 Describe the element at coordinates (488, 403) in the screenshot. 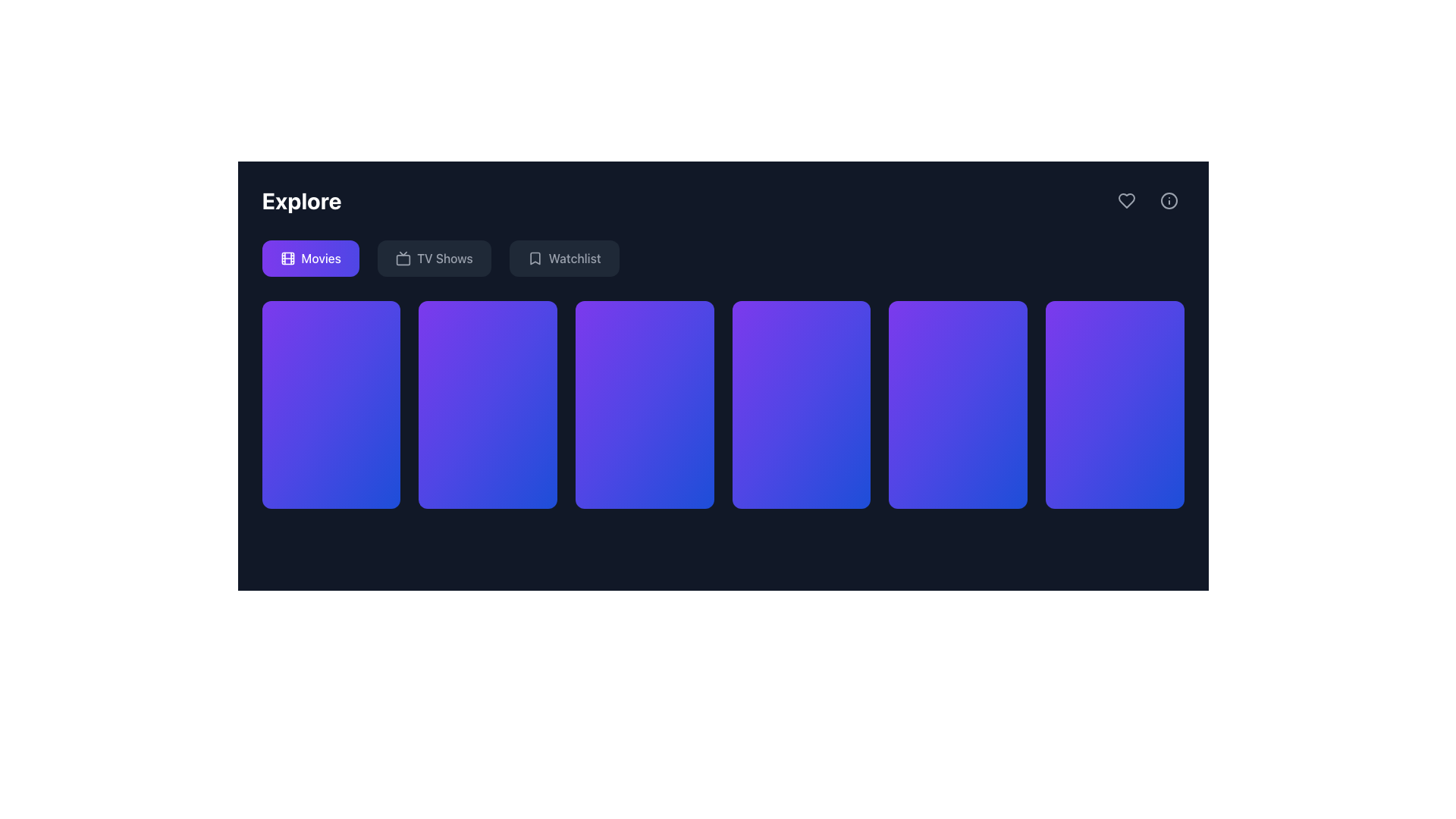

I see `the interactive card or tile that is the second item in a grid of two rows and six columns, located in the top row, immediately to the right of the first rectangle` at that location.